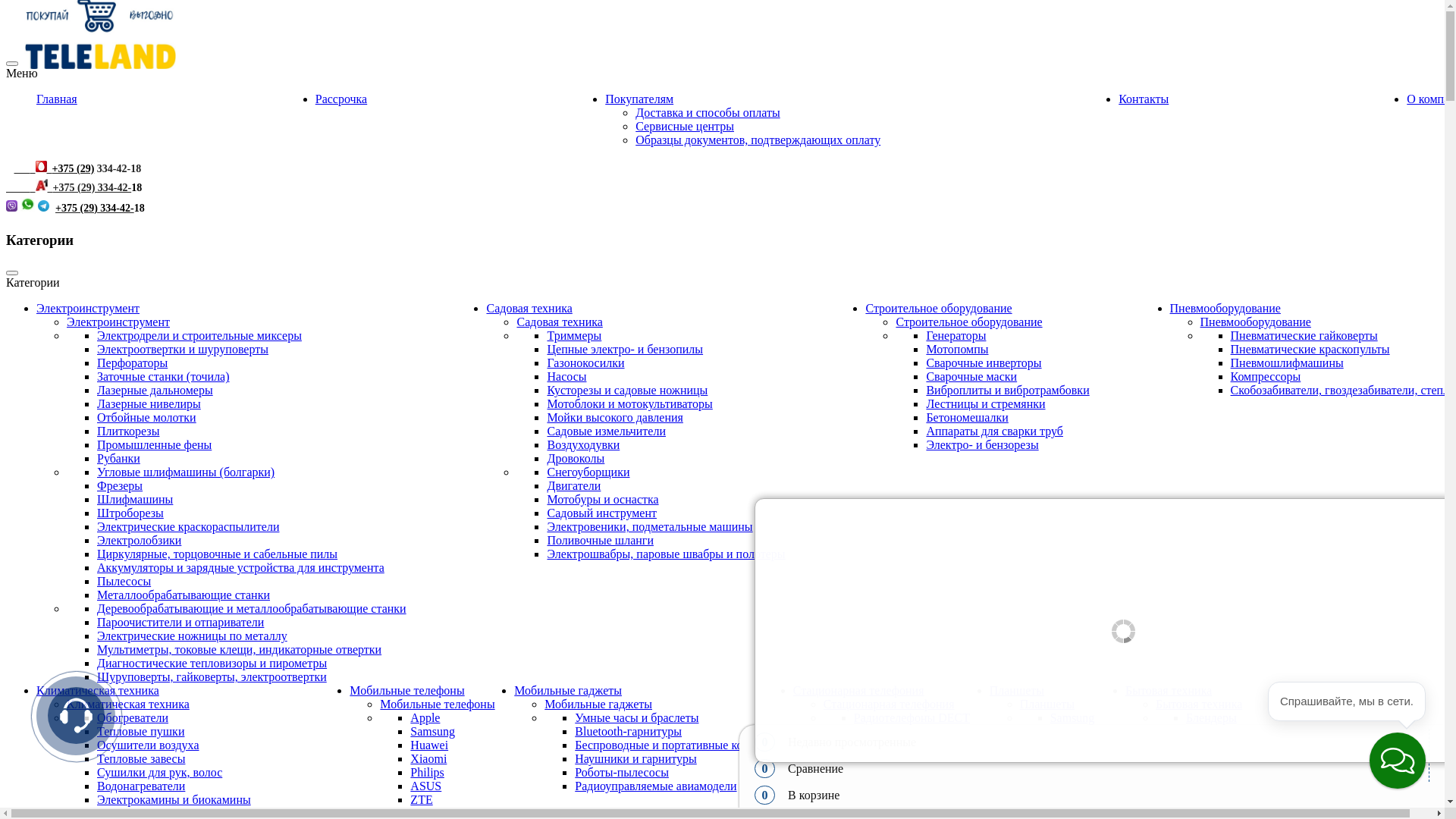 Image resolution: width=1456 pixels, height=819 pixels. I want to click on '+375 (29) 334-42-', so click(91, 187).